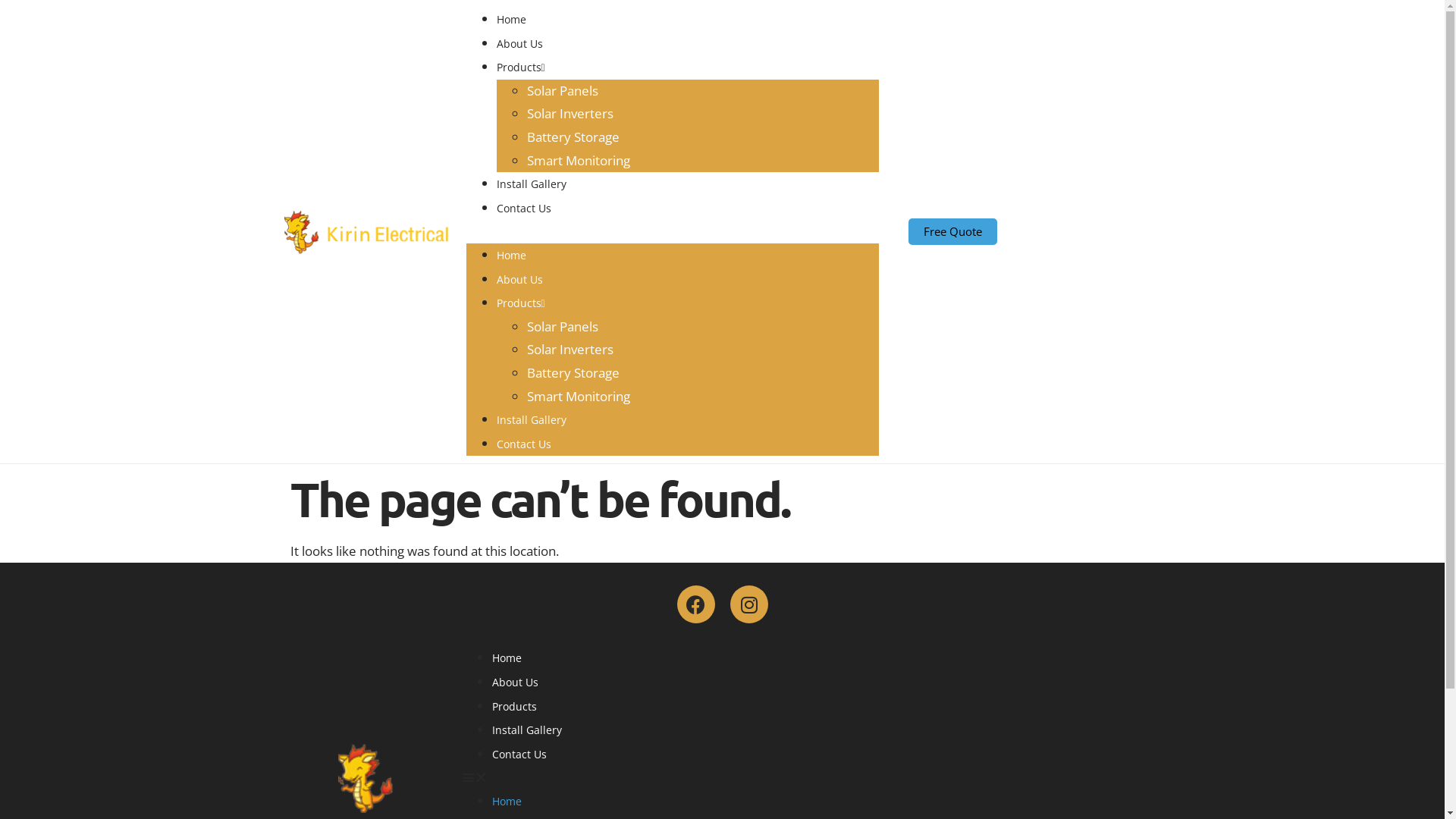 This screenshot has height=819, width=1456. What do you see at coordinates (519, 754) in the screenshot?
I see `'Contact Us'` at bounding box center [519, 754].